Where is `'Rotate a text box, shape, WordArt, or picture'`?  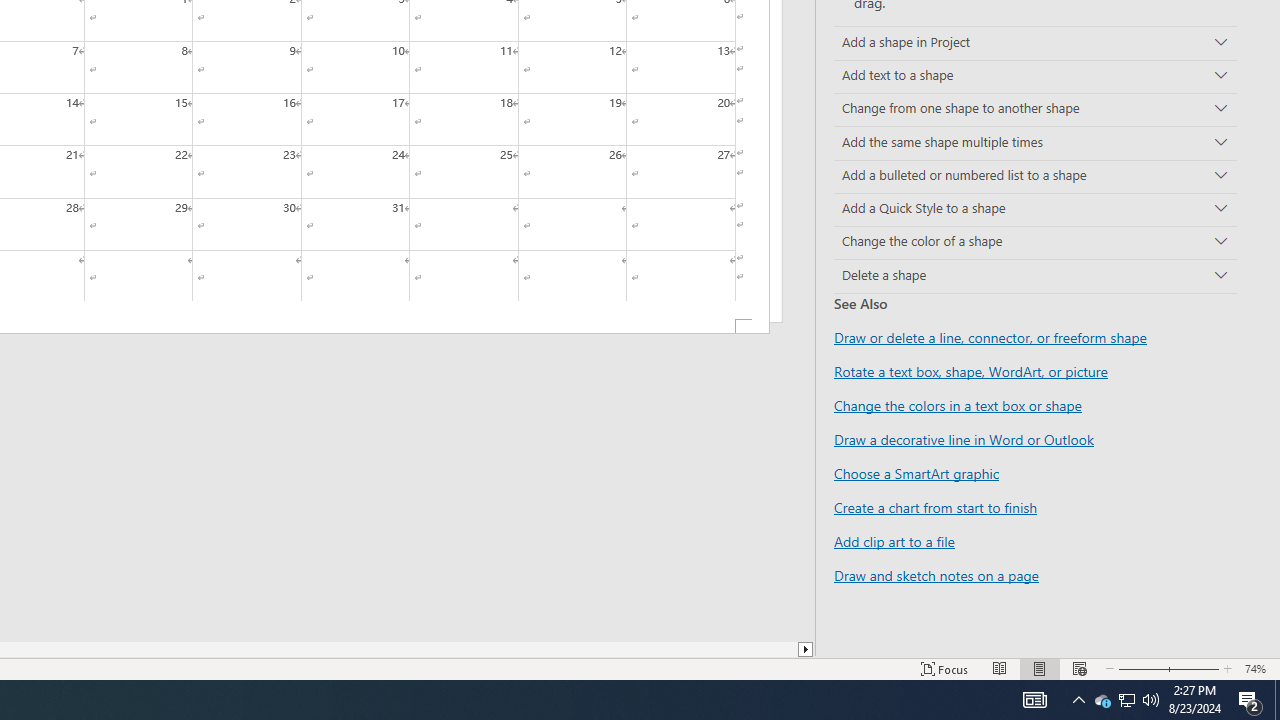
'Rotate a text box, shape, WordArt, or picture' is located at coordinates (971, 371).